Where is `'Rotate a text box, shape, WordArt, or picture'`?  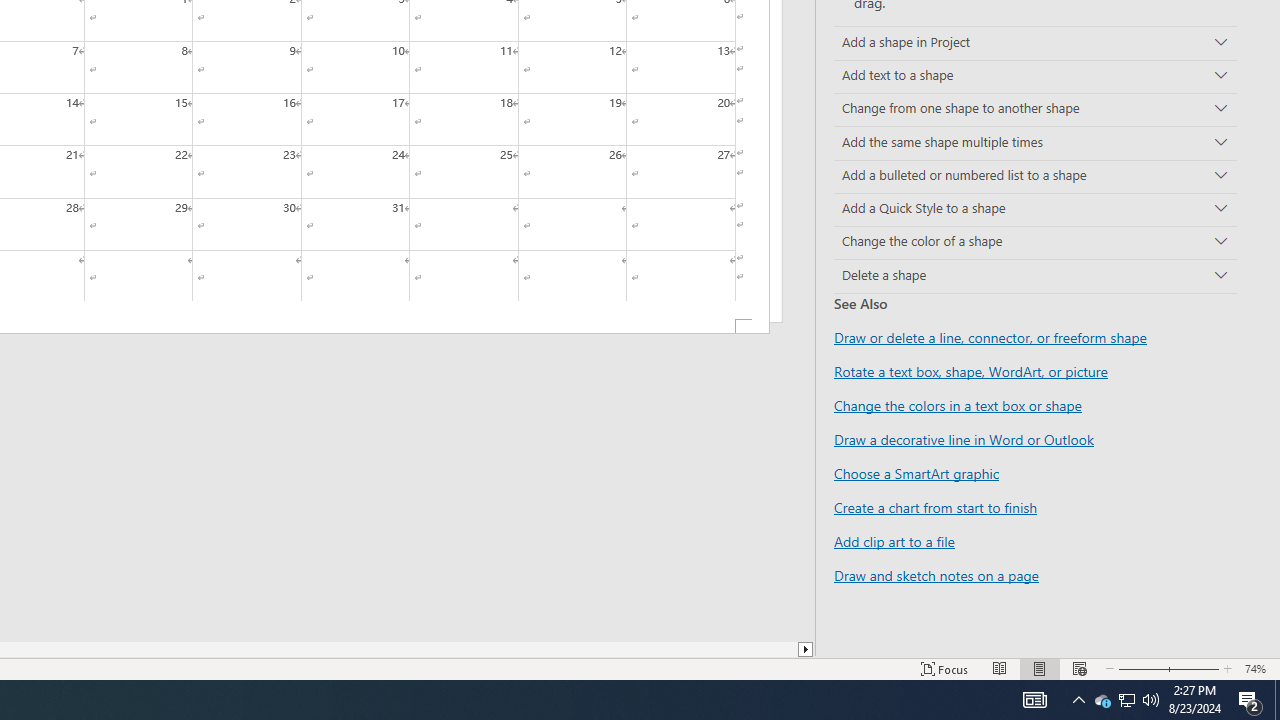
'Rotate a text box, shape, WordArt, or picture' is located at coordinates (971, 371).